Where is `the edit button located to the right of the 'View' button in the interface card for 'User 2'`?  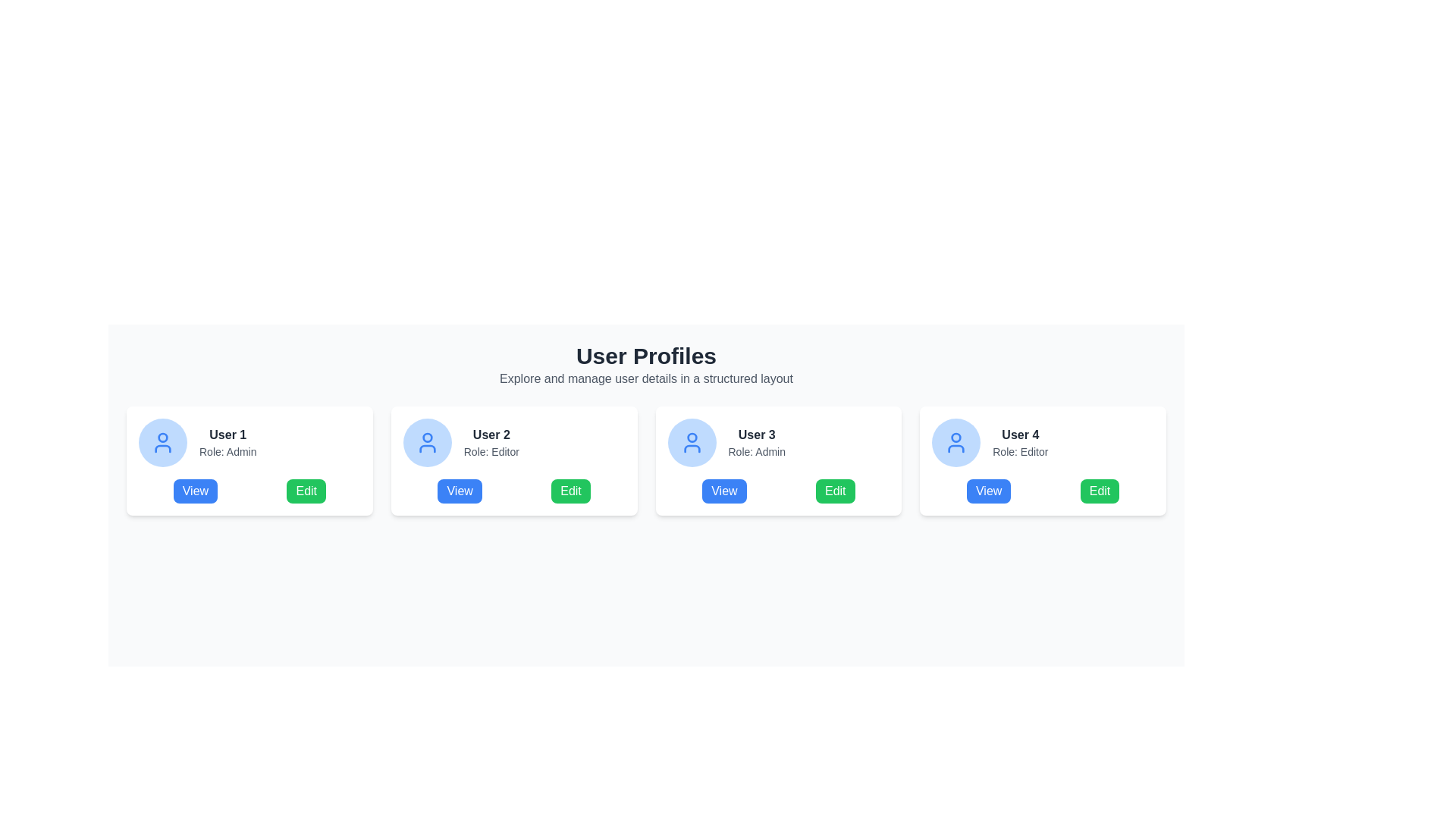 the edit button located to the right of the 'View' button in the interface card for 'User 2' is located at coordinates (570, 491).